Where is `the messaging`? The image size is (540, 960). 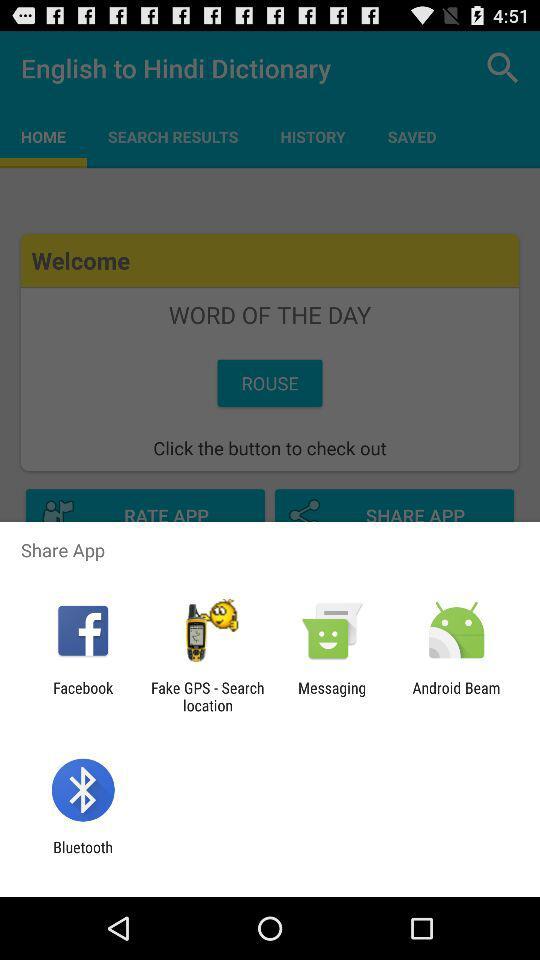 the messaging is located at coordinates (332, 696).